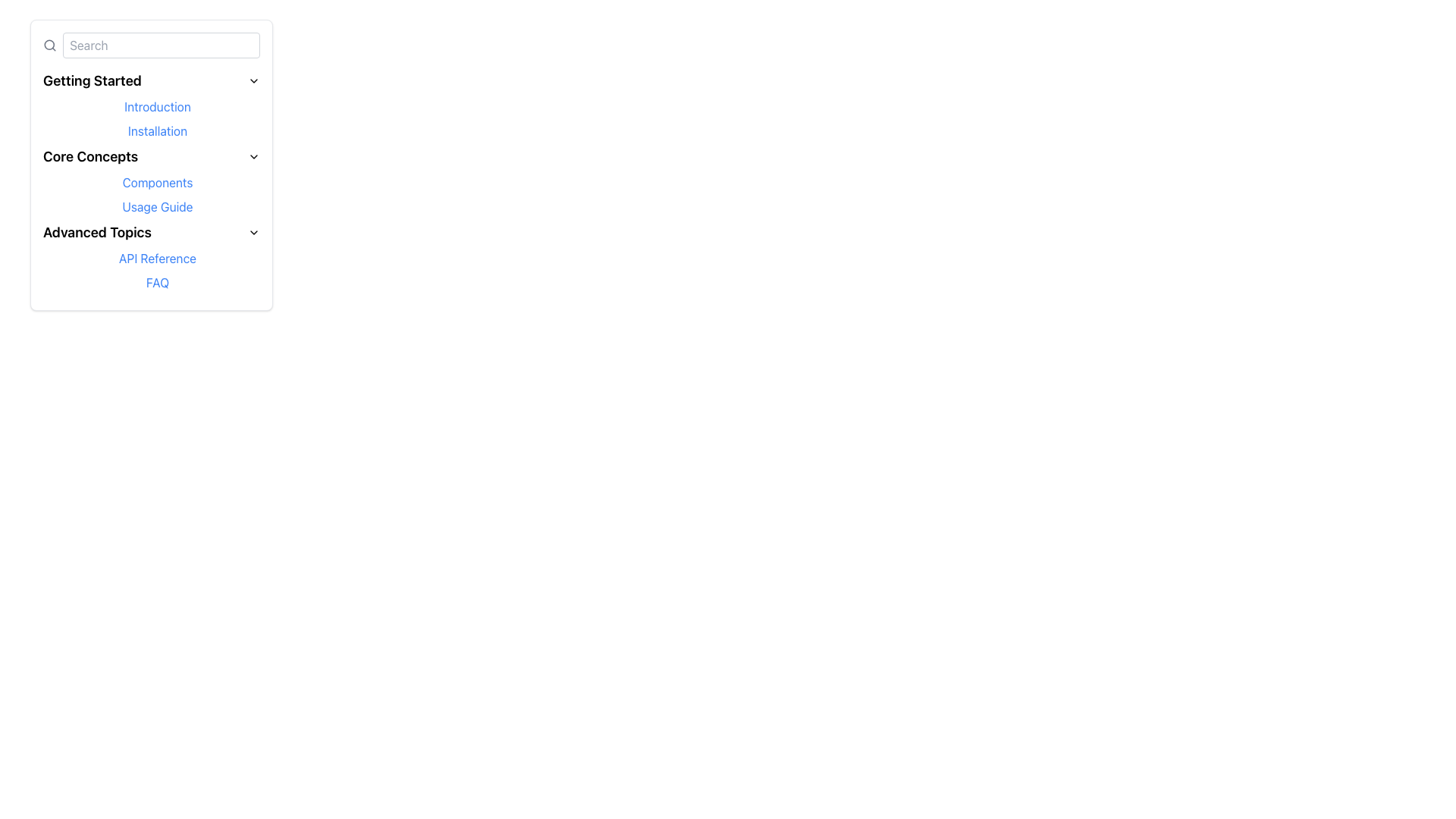 The height and width of the screenshot is (819, 1456). I want to click on the 'FAQ' hyperlink in the 'Advanced Topics' section of the sidebar, so click(157, 283).